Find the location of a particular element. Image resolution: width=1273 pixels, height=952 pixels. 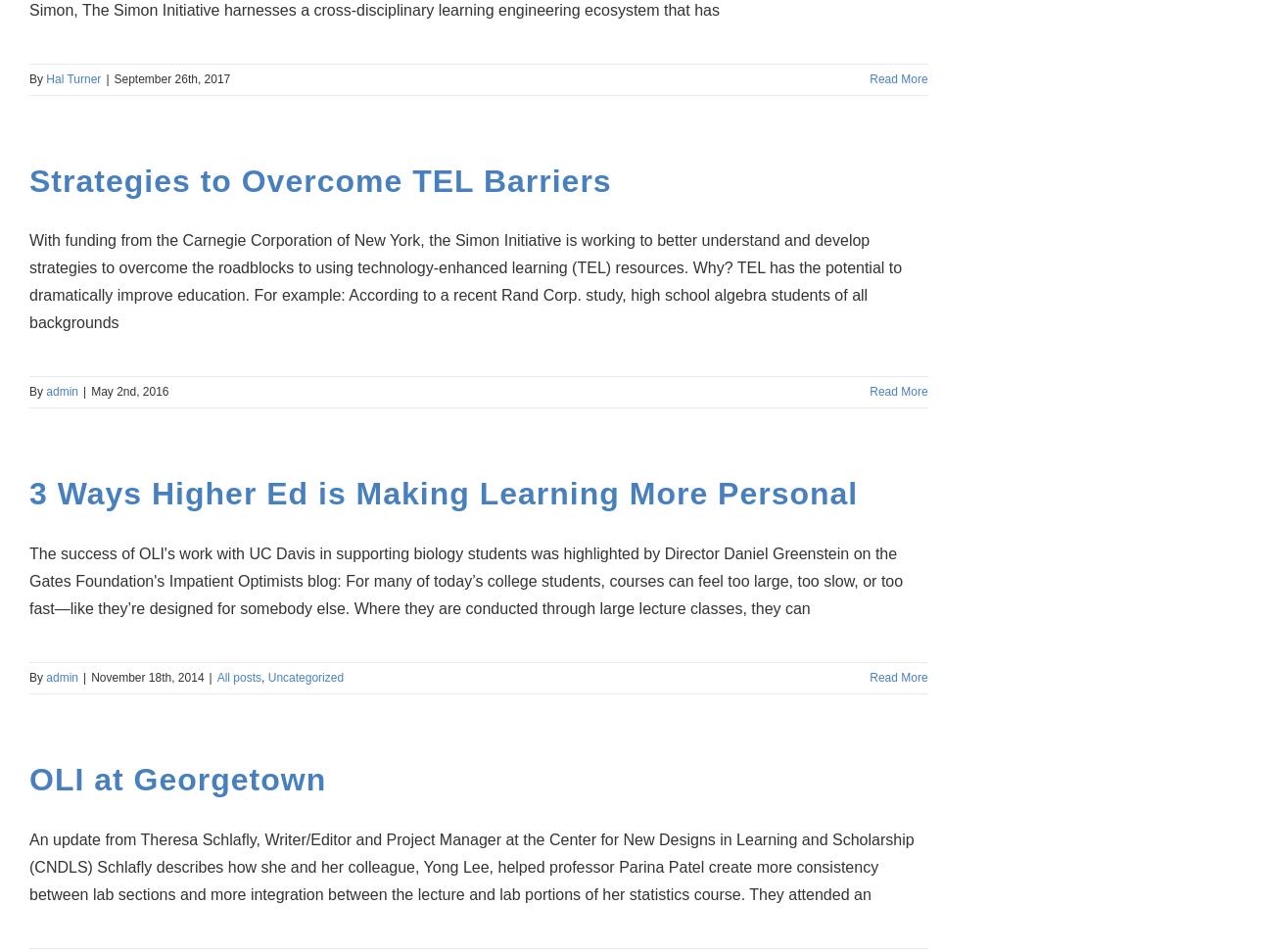

'With funding from the Carnegie Corporation of New York, the Simon Initiative is working to better understand and develop strategies to overcome the roadblocks to using technology-enhanced learning (TEL) resources. Why? TEL has the potential to dramatically improve education. For example: According to a recent Rand Corp. study, high school algebra students of all backgrounds' is located at coordinates (28, 281).